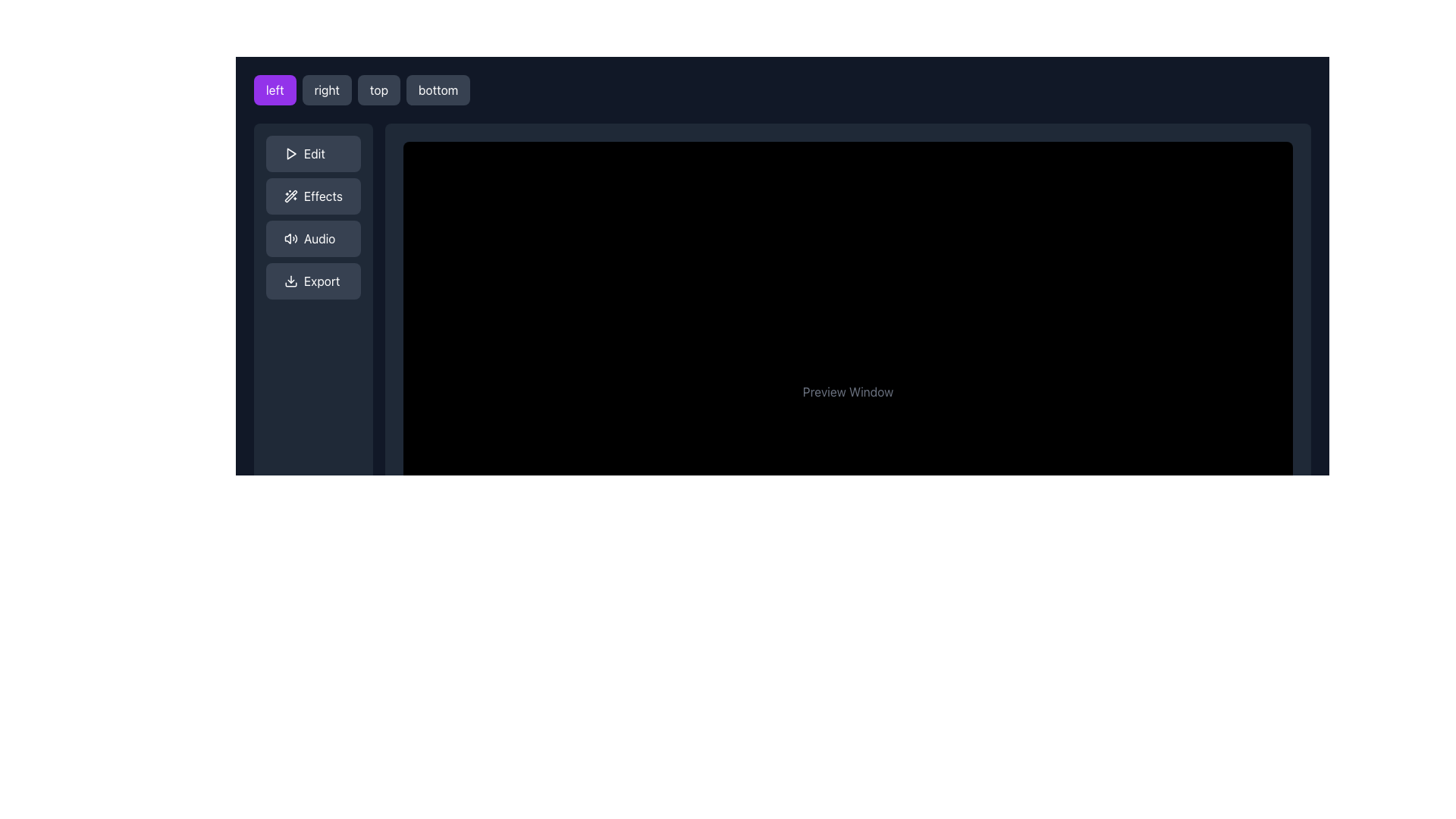  Describe the element at coordinates (312, 239) in the screenshot. I see `the 'Audio' button, which is a rounded rectangular button with a dark gray background and a white speaker icon followed by the text 'Audio'` at that location.